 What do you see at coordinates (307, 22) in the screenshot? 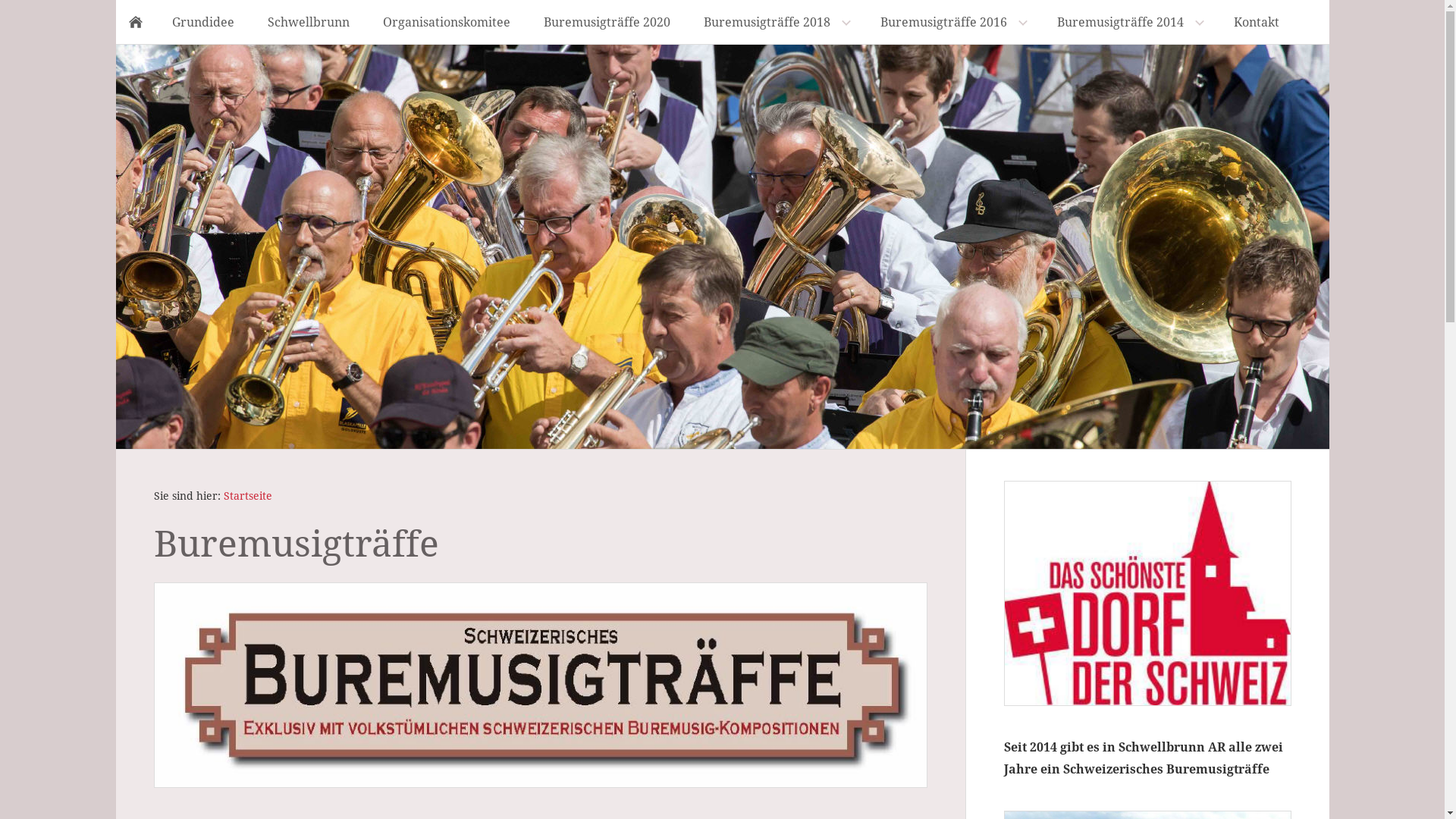
I see `'Schwellbrunn'` at bounding box center [307, 22].